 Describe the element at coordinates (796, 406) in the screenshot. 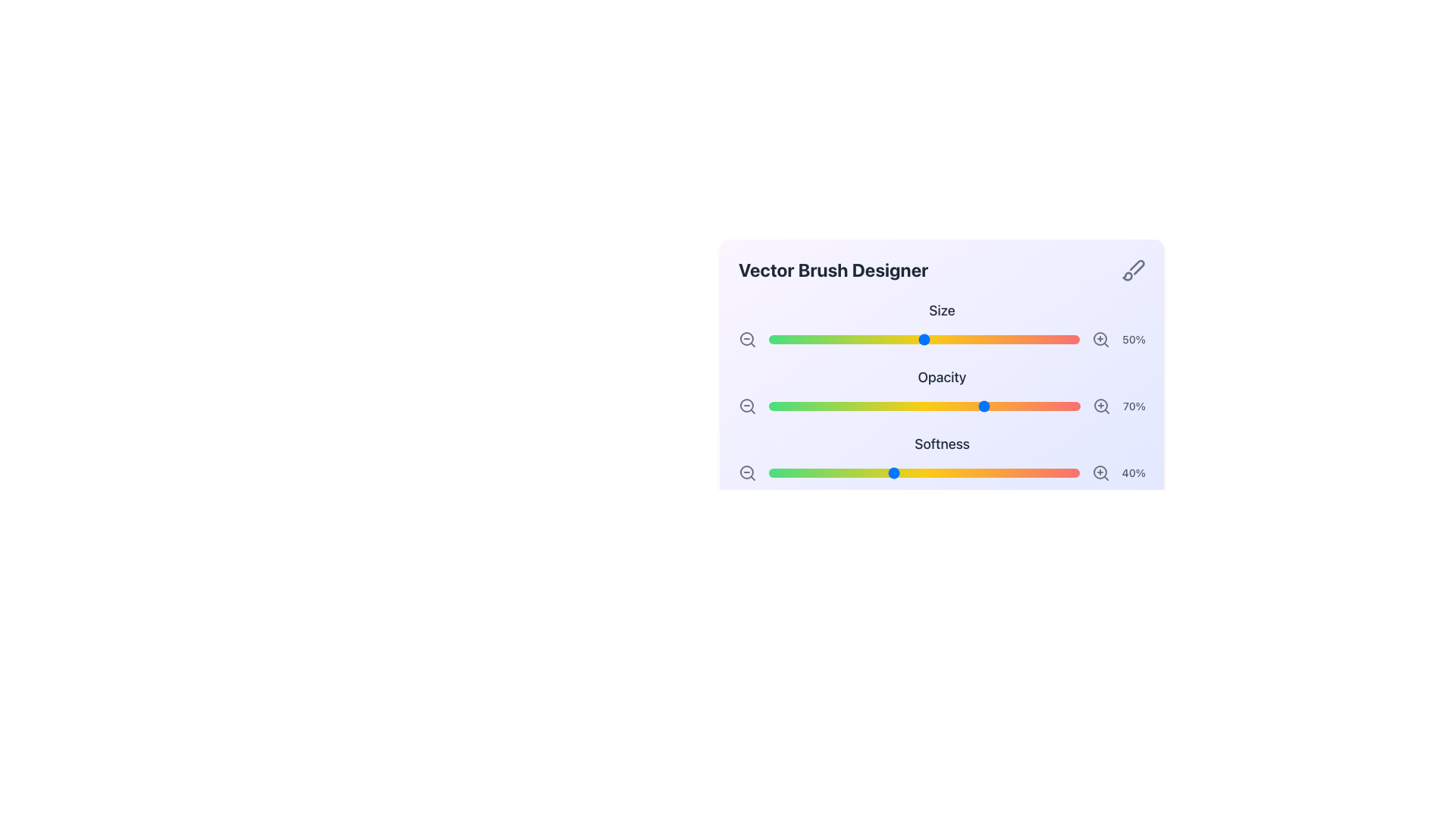

I see `opacity` at that location.